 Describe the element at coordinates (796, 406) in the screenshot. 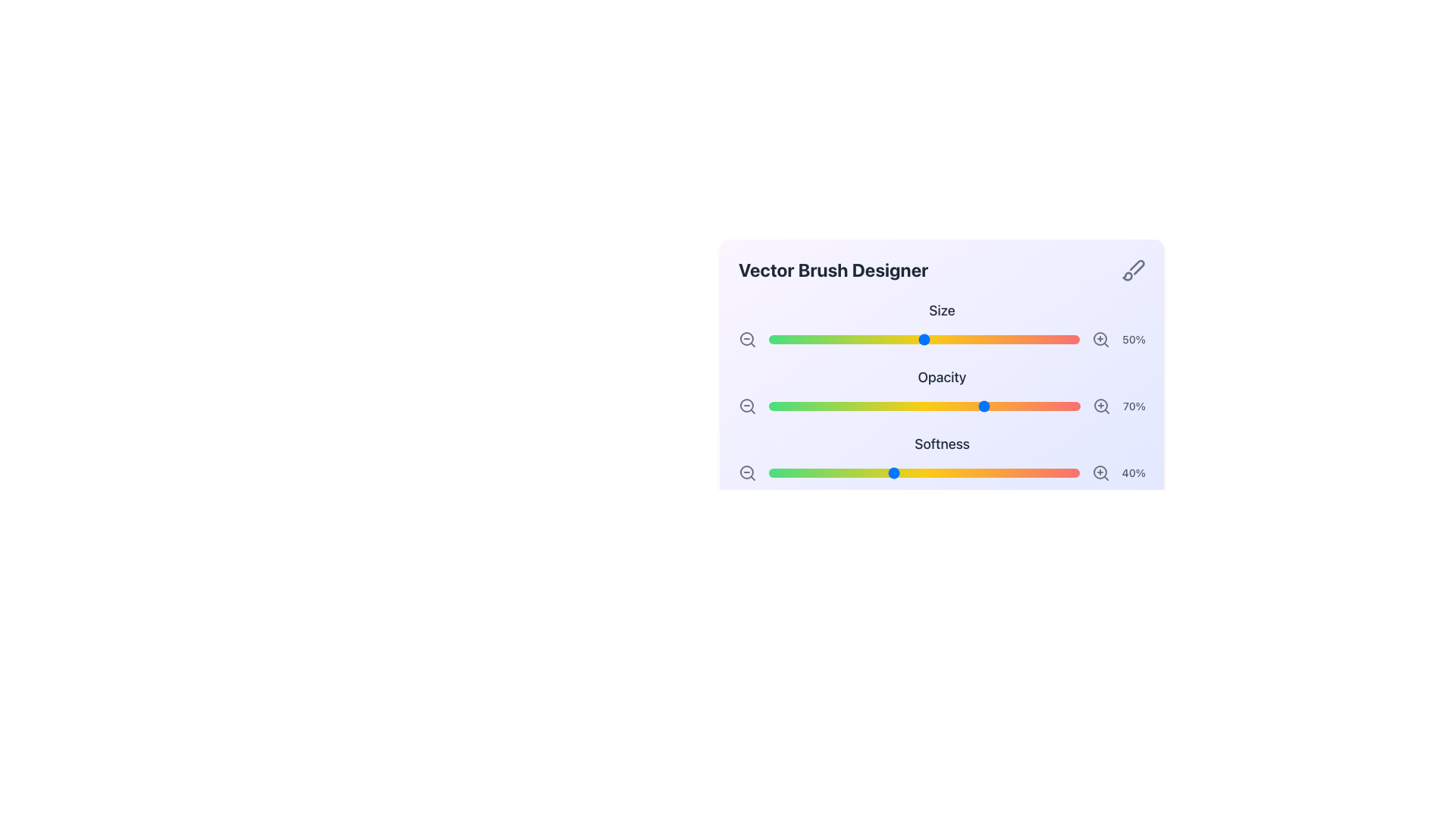

I see `opacity` at that location.